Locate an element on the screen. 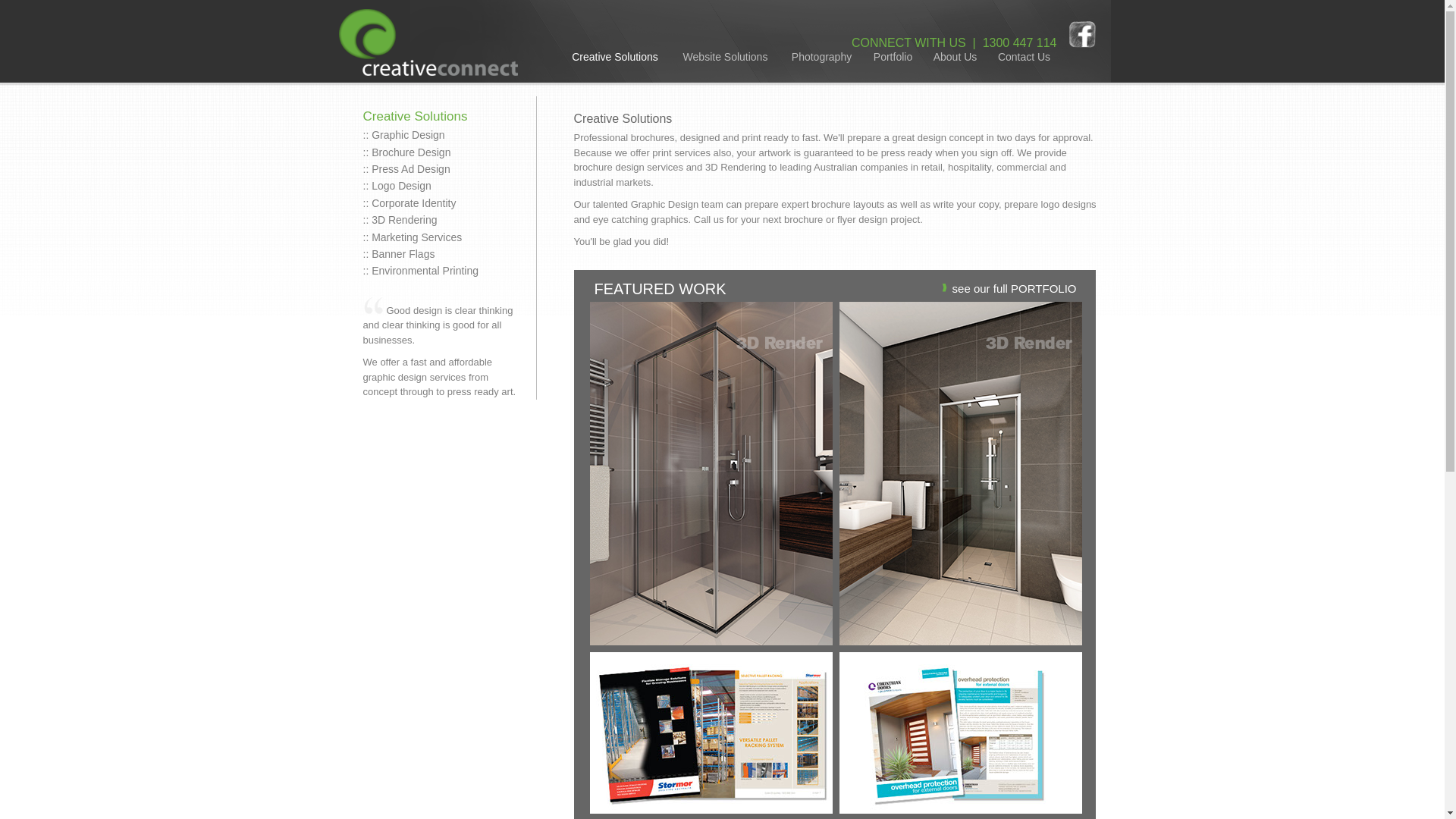 The height and width of the screenshot is (819, 1456). ':: Corporate Identity' is located at coordinates (409, 202).